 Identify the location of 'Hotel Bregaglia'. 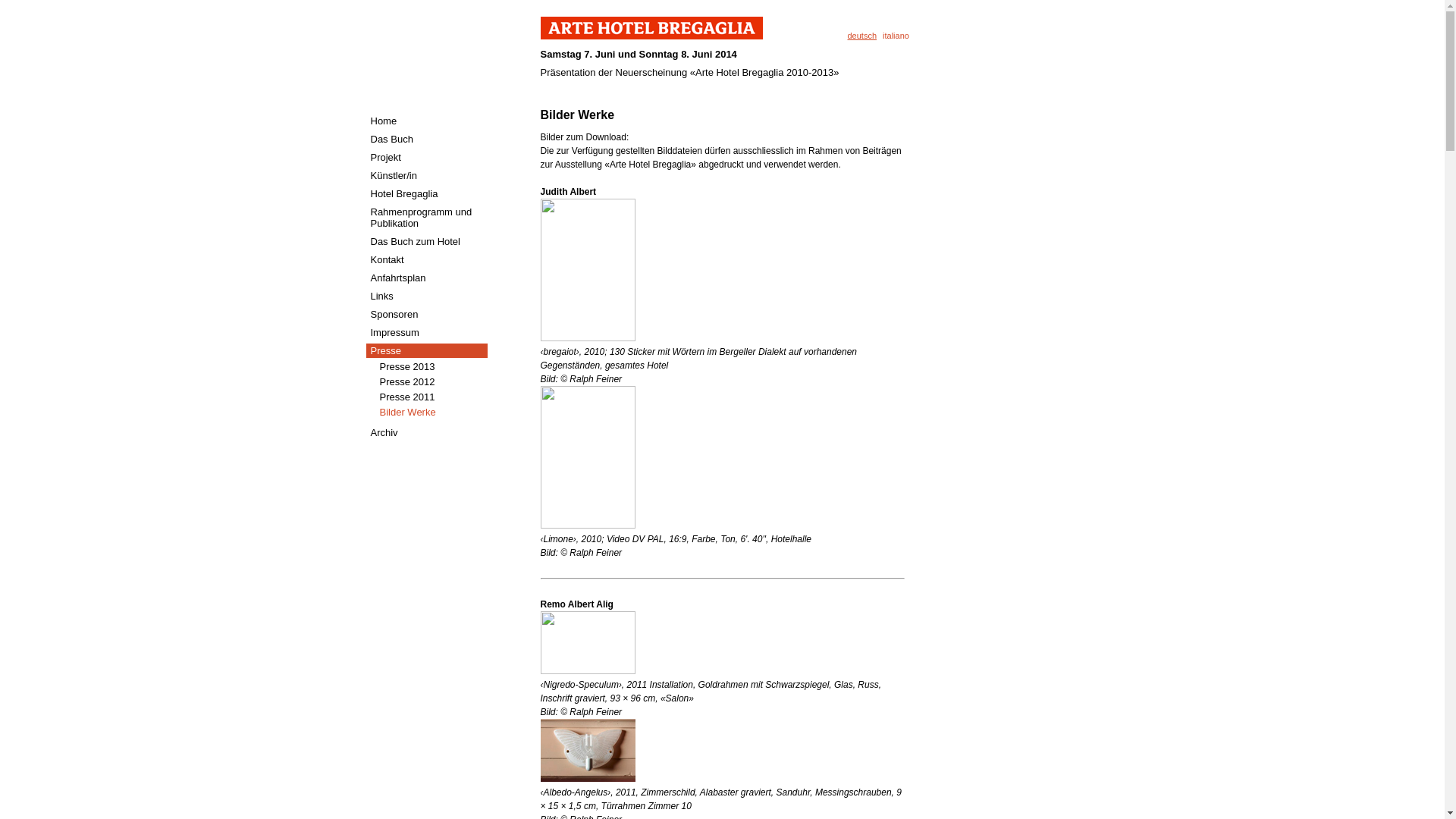
(425, 193).